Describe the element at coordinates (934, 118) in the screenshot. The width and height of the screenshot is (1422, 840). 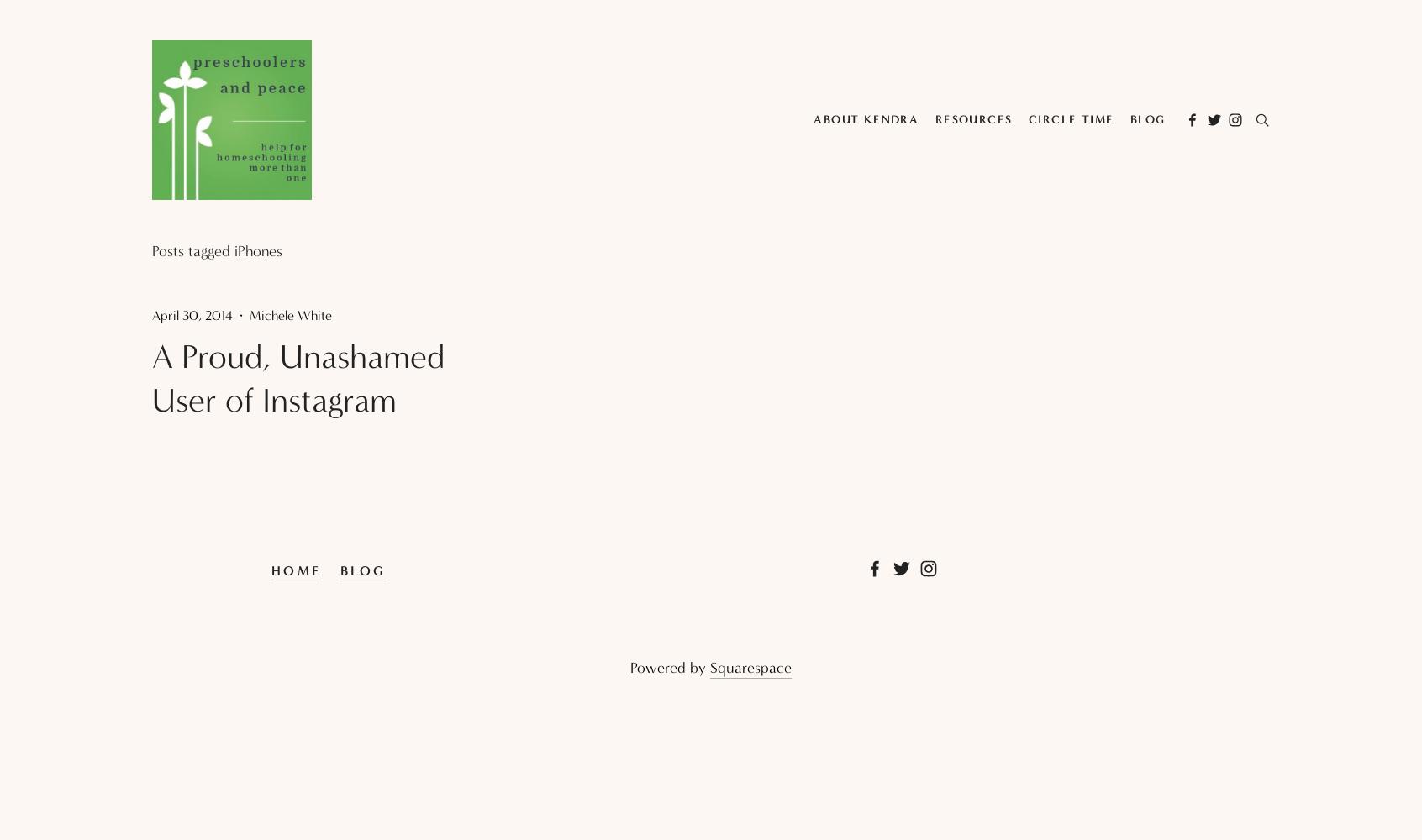
I see `'Resources'` at that location.